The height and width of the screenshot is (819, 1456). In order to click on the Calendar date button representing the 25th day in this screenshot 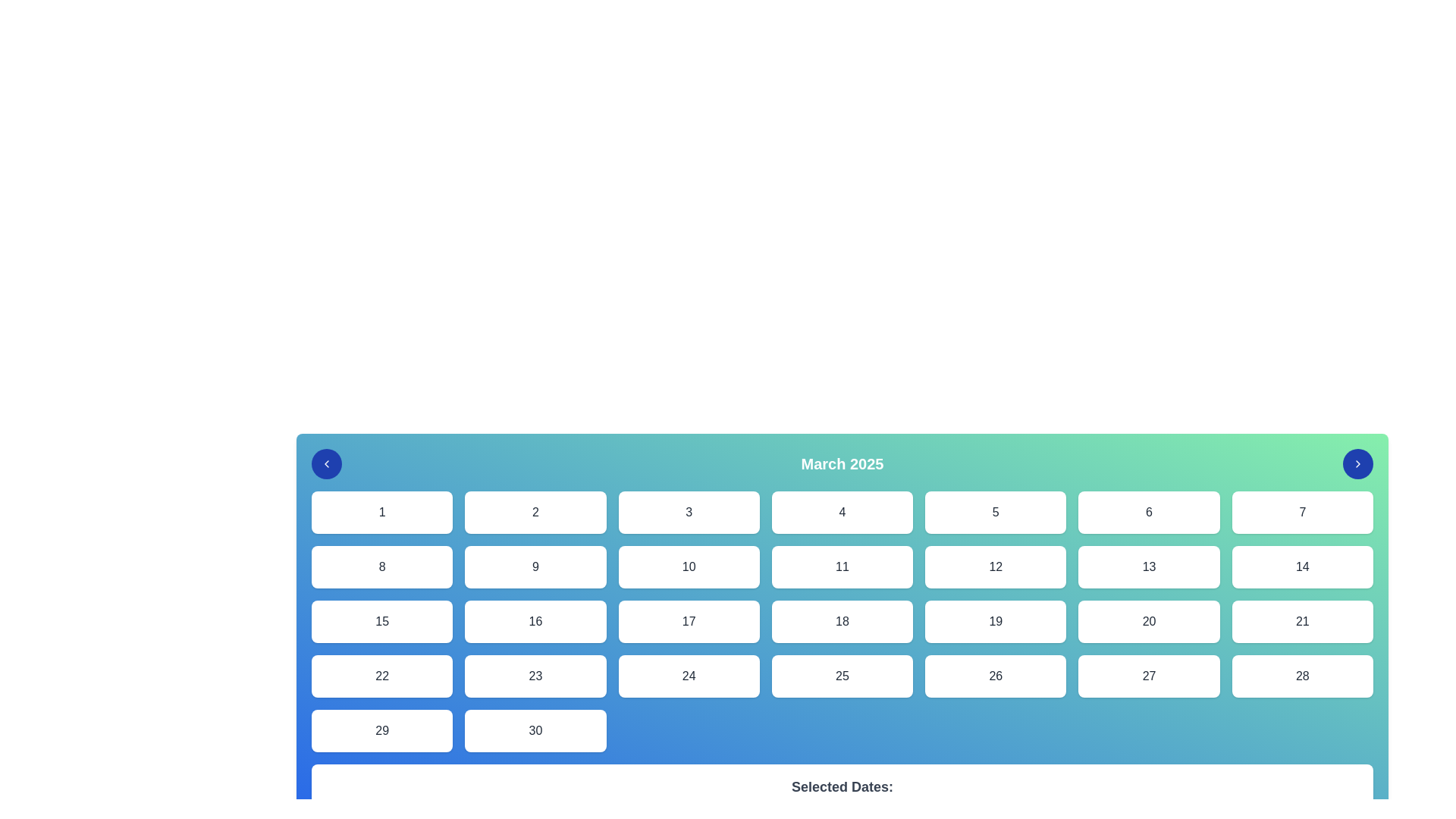, I will do `click(841, 675)`.